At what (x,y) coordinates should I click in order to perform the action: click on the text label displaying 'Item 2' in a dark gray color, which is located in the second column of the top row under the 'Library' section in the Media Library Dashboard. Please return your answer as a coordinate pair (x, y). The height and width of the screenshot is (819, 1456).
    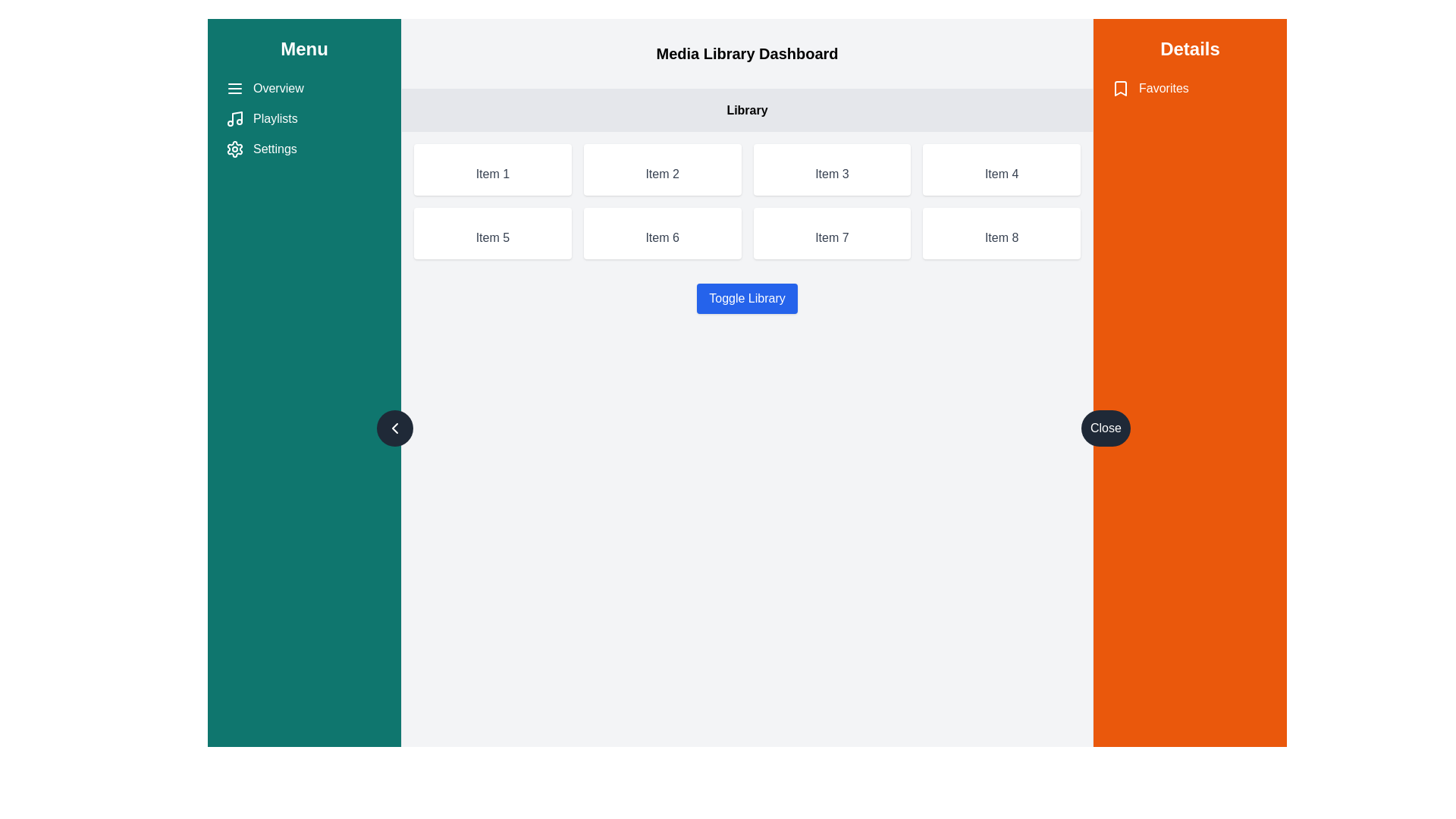
    Looking at the image, I should click on (662, 174).